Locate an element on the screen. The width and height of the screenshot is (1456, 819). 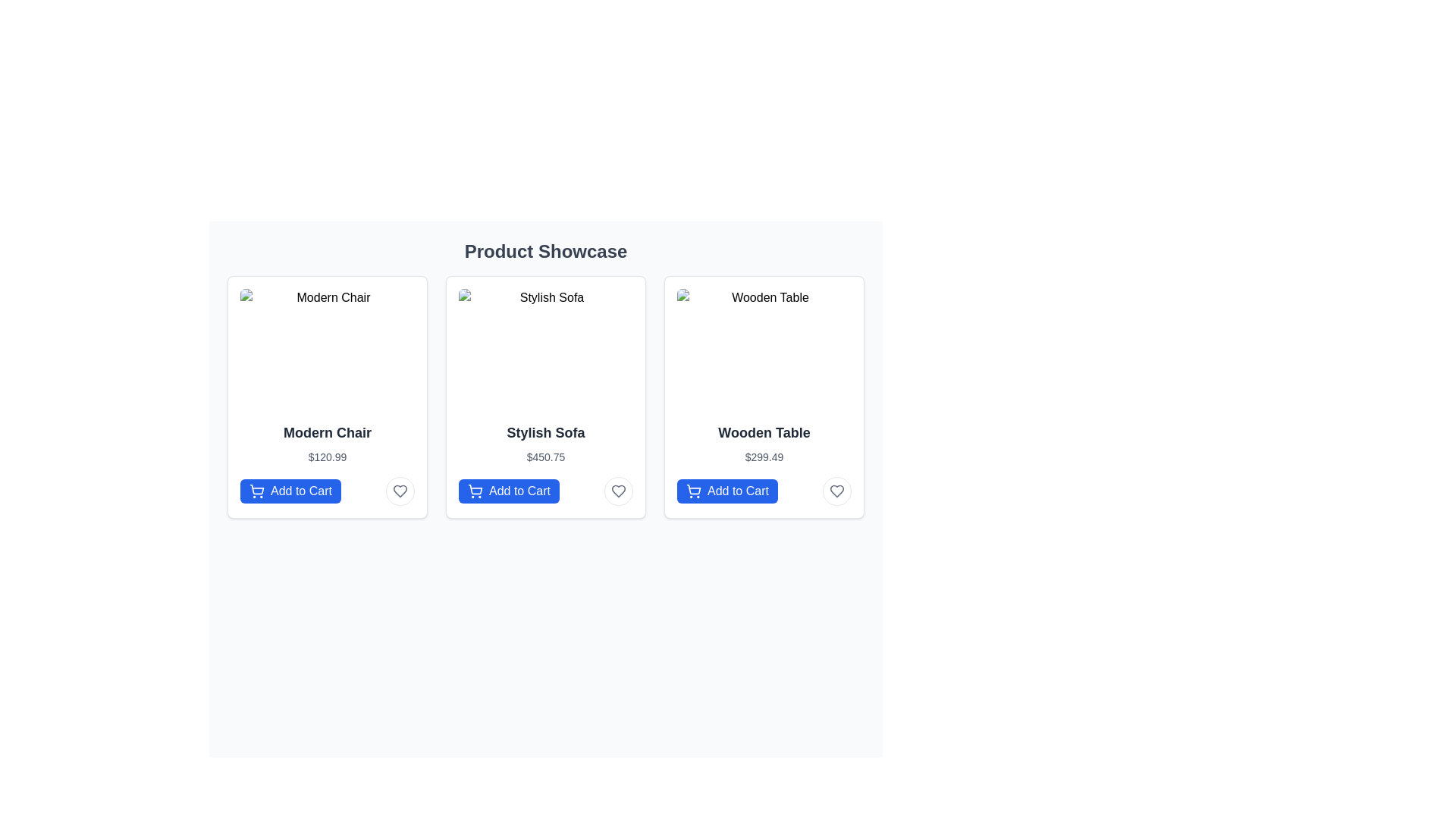
the interactive button for adding the 'Wooden Table' product to the shopping cart to activate the hover effect is located at coordinates (764, 491).